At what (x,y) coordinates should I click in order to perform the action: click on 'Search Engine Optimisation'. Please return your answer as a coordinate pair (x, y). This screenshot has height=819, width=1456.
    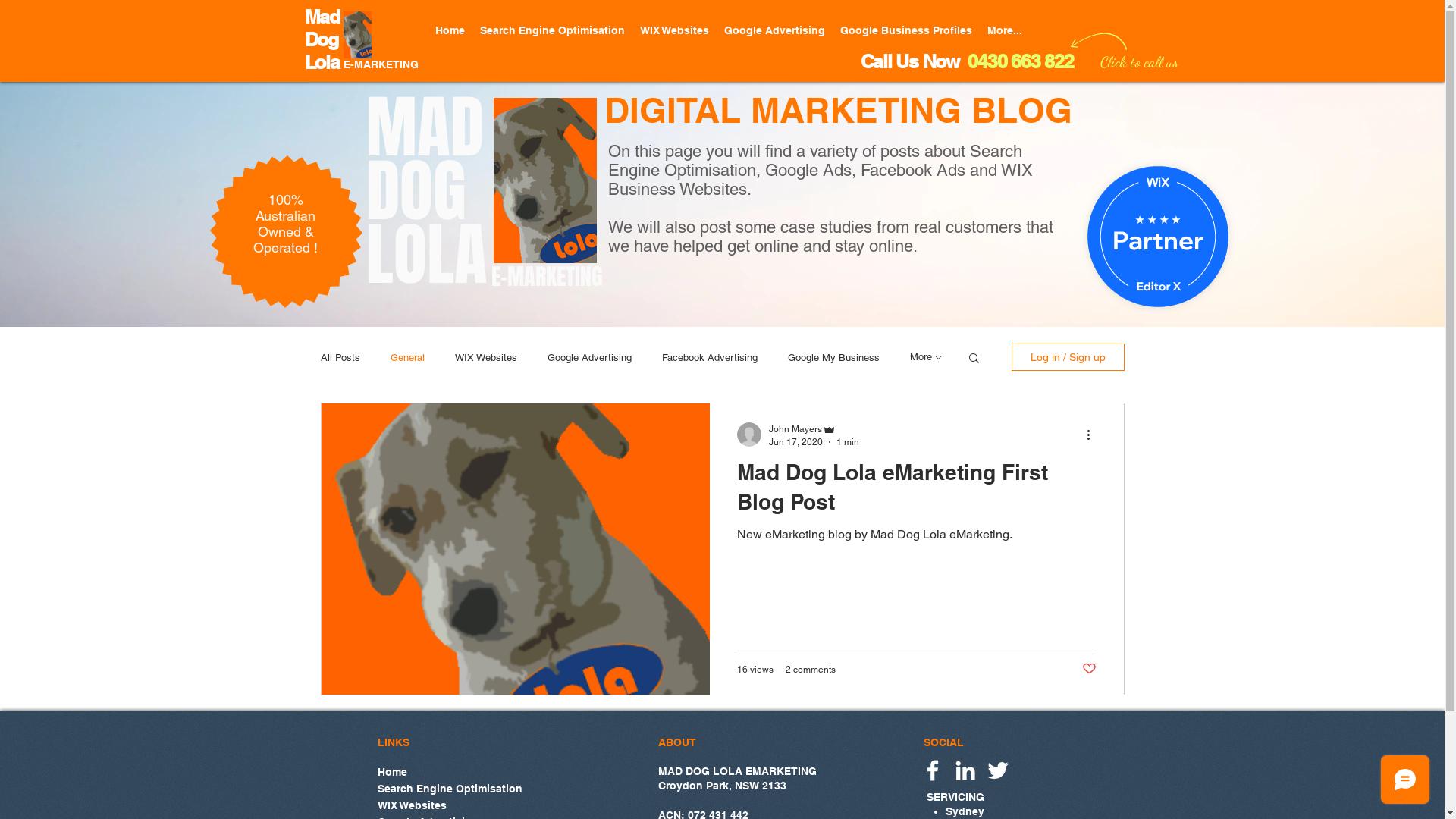
    Looking at the image, I should click on (449, 786).